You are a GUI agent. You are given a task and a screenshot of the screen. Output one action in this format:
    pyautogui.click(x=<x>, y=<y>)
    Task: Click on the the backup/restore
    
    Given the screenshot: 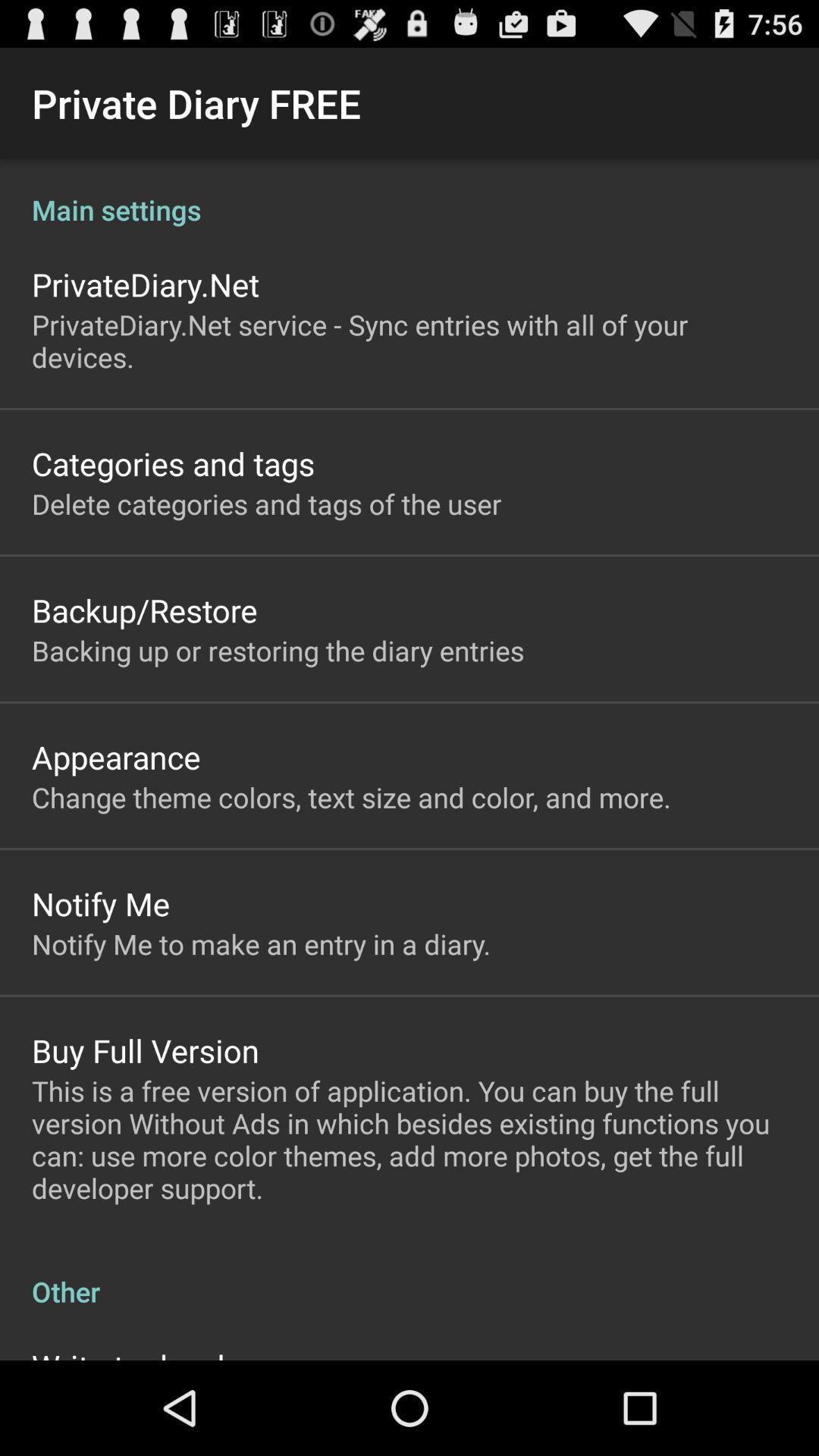 What is the action you would take?
    pyautogui.click(x=144, y=610)
    